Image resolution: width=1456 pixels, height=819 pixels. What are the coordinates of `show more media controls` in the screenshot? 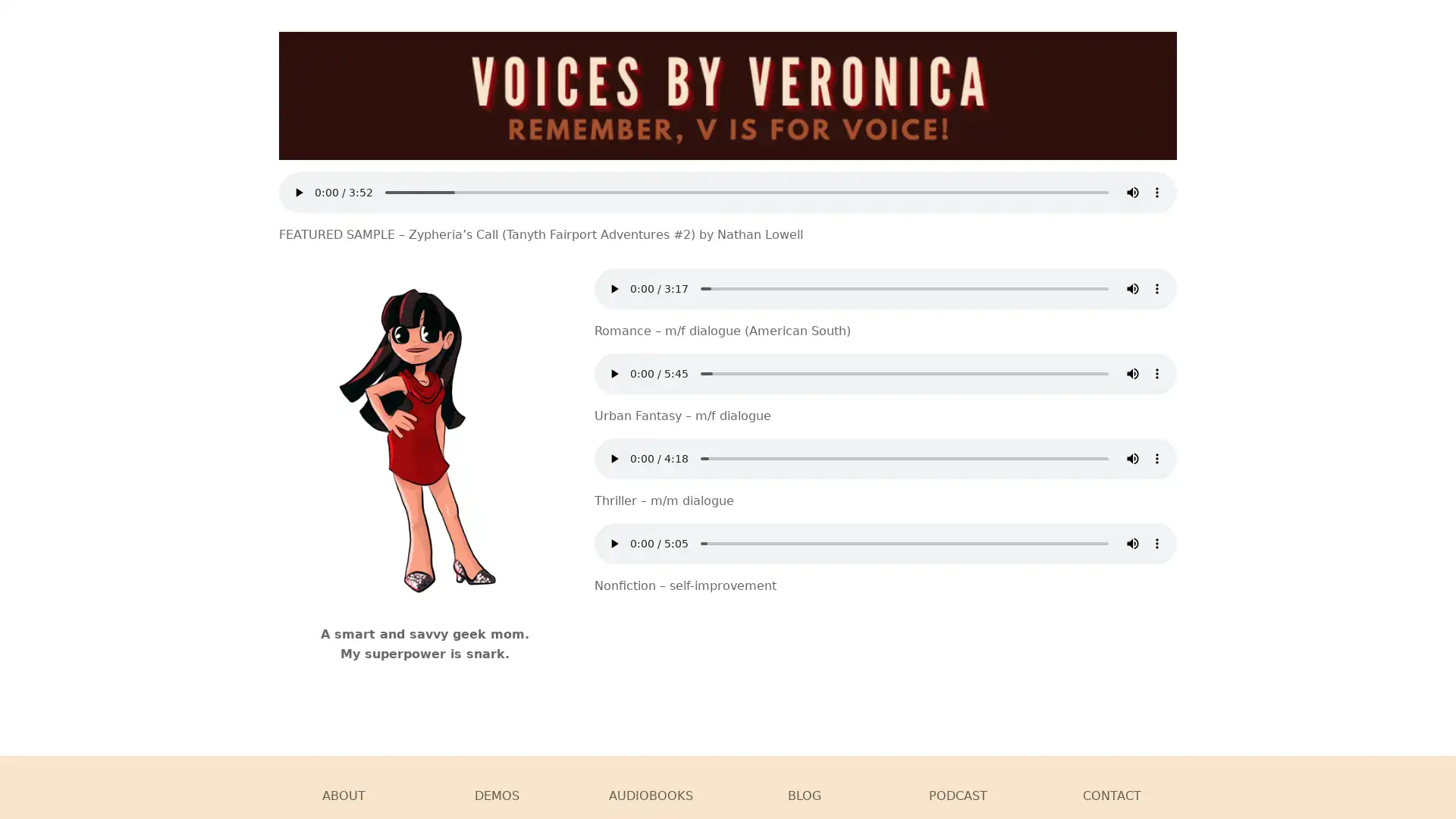 It's located at (1156, 192).